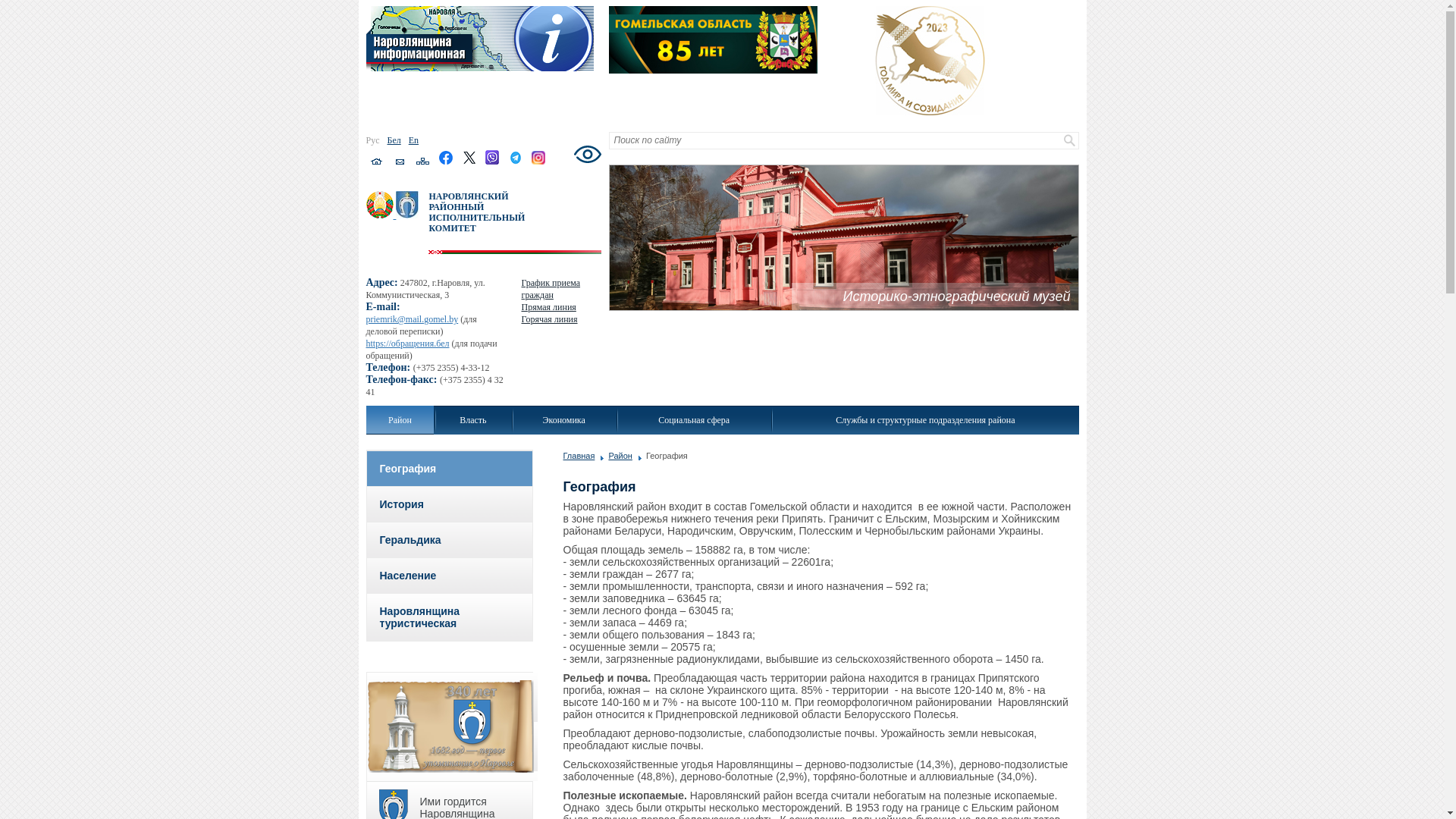  Describe the element at coordinates (461, 162) in the screenshot. I see `'twitter'` at that location.